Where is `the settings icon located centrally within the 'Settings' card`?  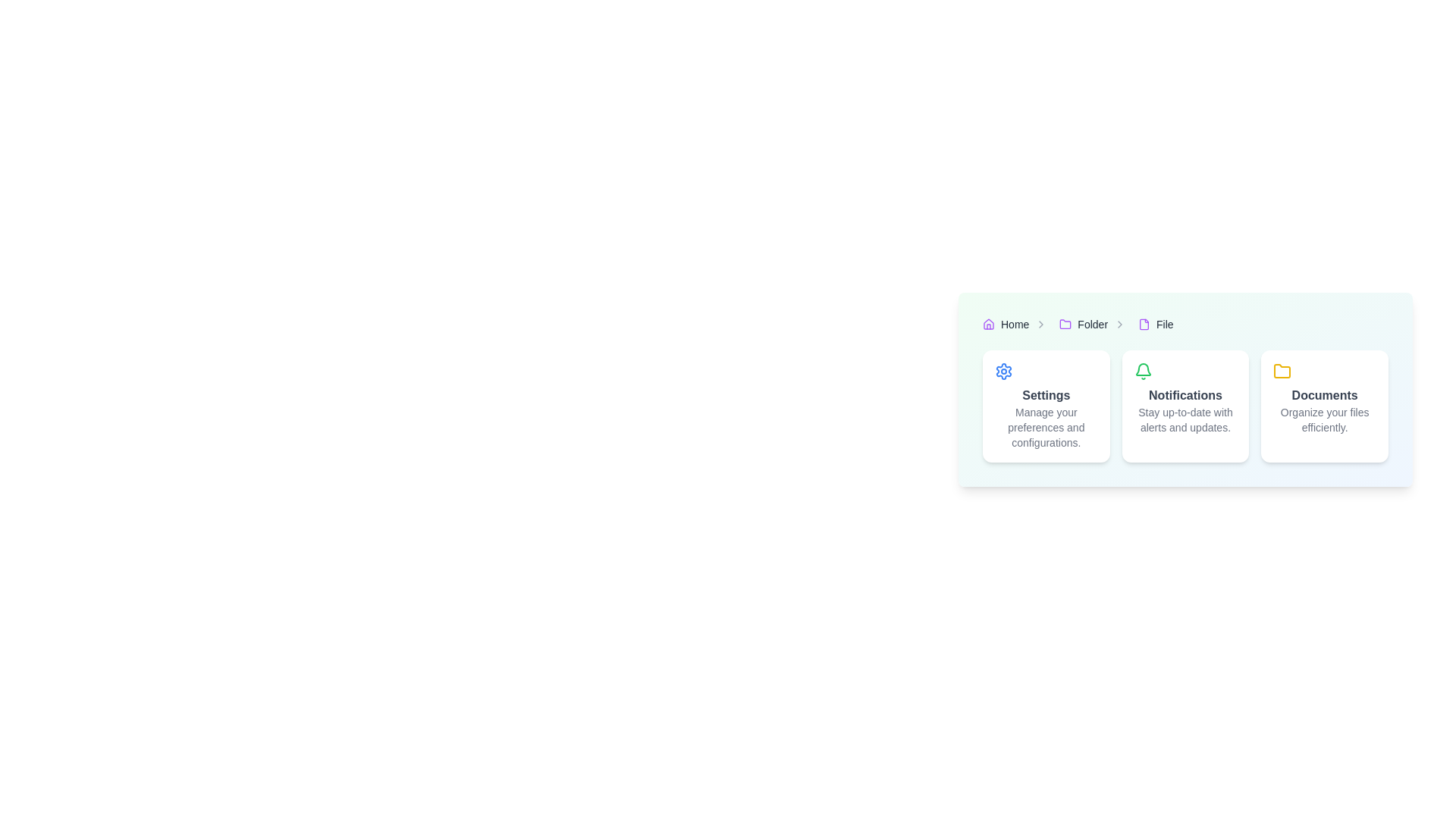 the settings icon located centrally within the 'Settings' card is located at coordinates (1004, 371).